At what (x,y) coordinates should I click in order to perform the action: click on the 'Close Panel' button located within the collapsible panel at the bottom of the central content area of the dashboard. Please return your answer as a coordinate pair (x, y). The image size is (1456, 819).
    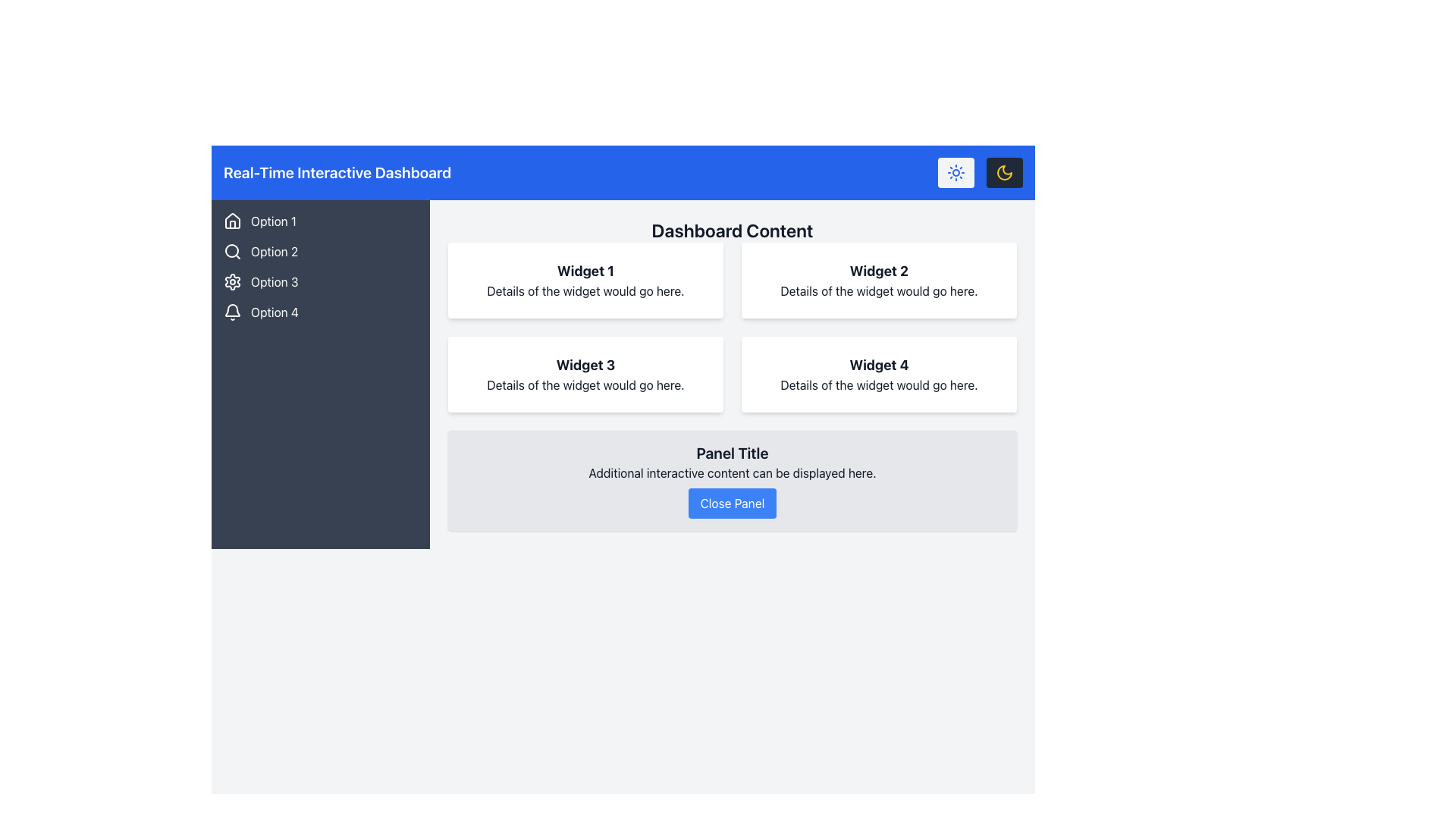
    Looking at the image, I should click on (732, 480).